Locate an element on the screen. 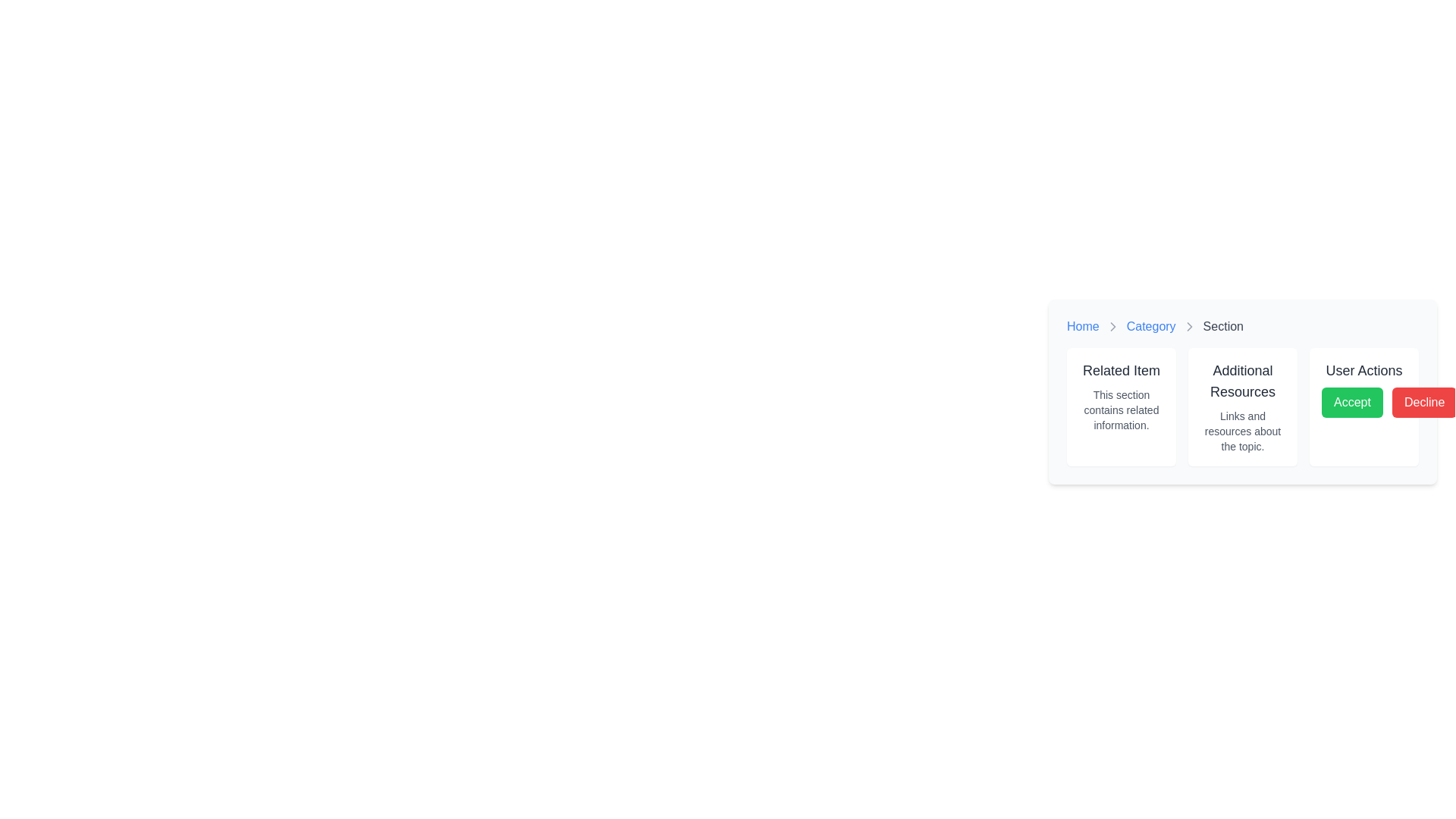  the 'Accept' button, which is a rectangular button with rounded corners, a green background, and white text, positioned within the 'User Actions' button group is located at coordinates (1352, 402).